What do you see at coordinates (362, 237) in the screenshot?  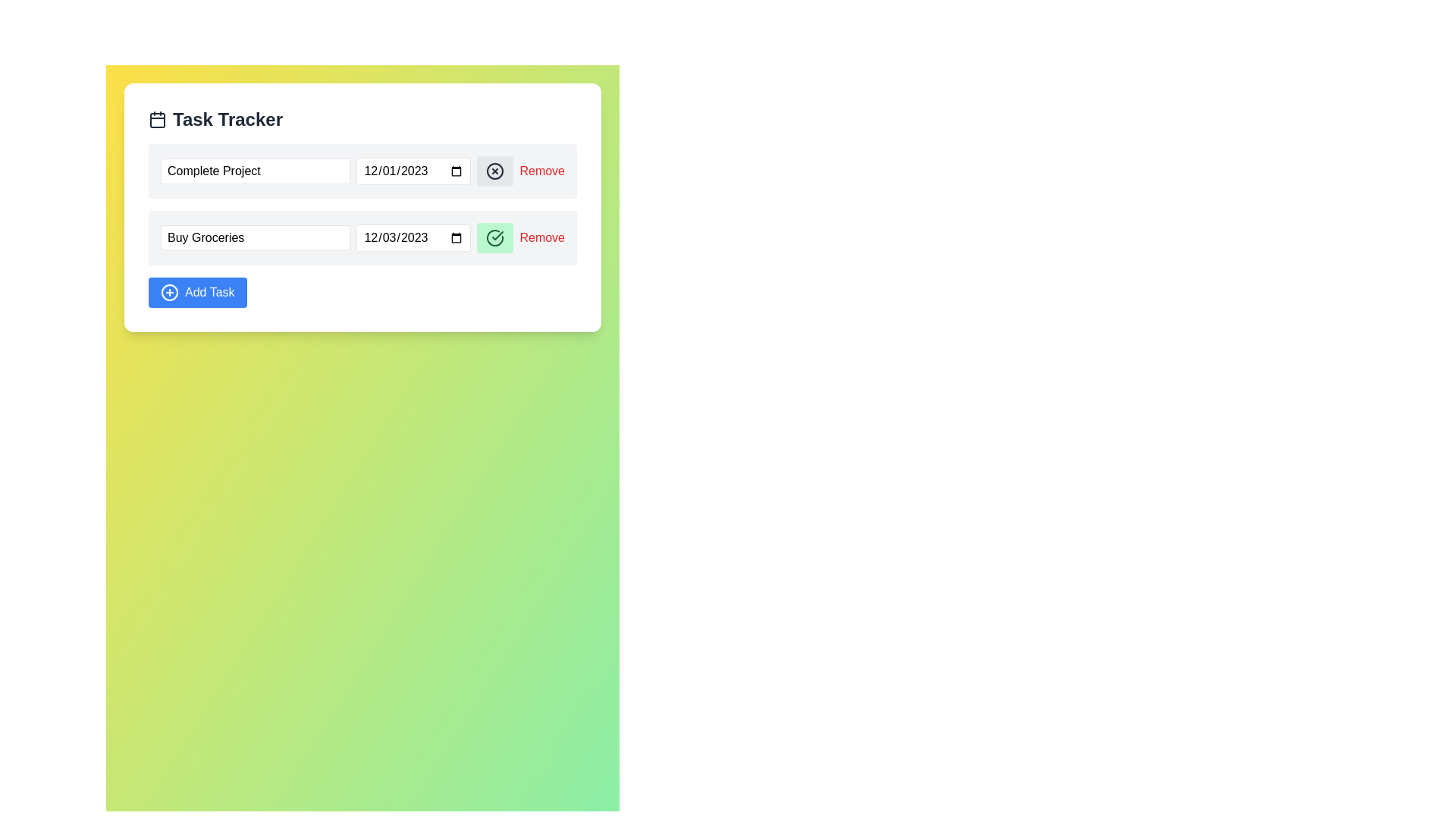 I see `the date input field labeled '12/03/2023' within the Task management component to change the deadline` at bounding box center [362, 237].